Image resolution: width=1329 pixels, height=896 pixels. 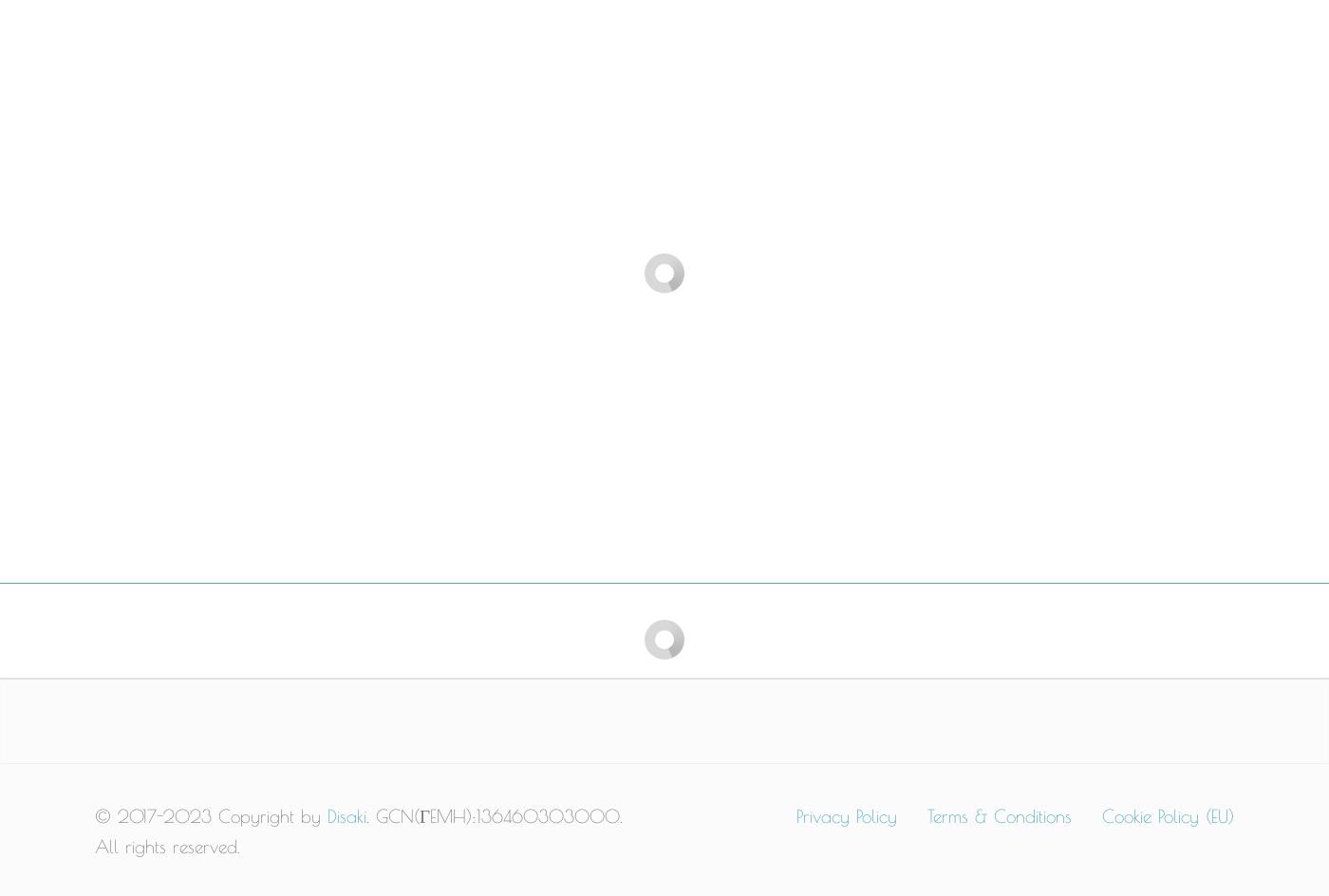 I want to click on 'Bill & Coo Coast Suites', so click(x=377, y=333).